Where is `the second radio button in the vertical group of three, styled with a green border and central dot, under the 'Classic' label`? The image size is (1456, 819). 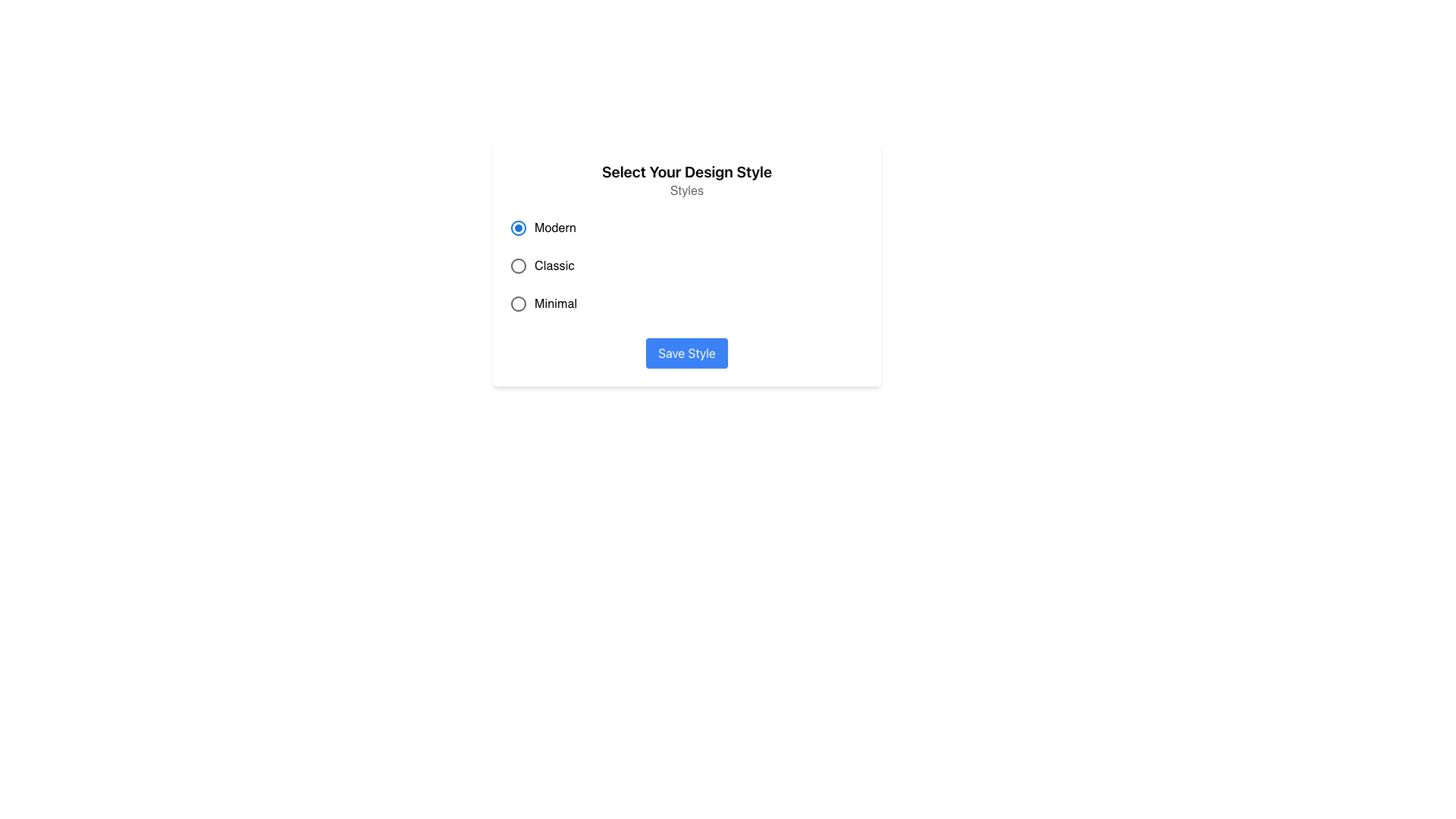 the second radio button in the vertical group of three, styled with a green border and central dot, under the 'Classic' label is located at coordinates (519, 265).